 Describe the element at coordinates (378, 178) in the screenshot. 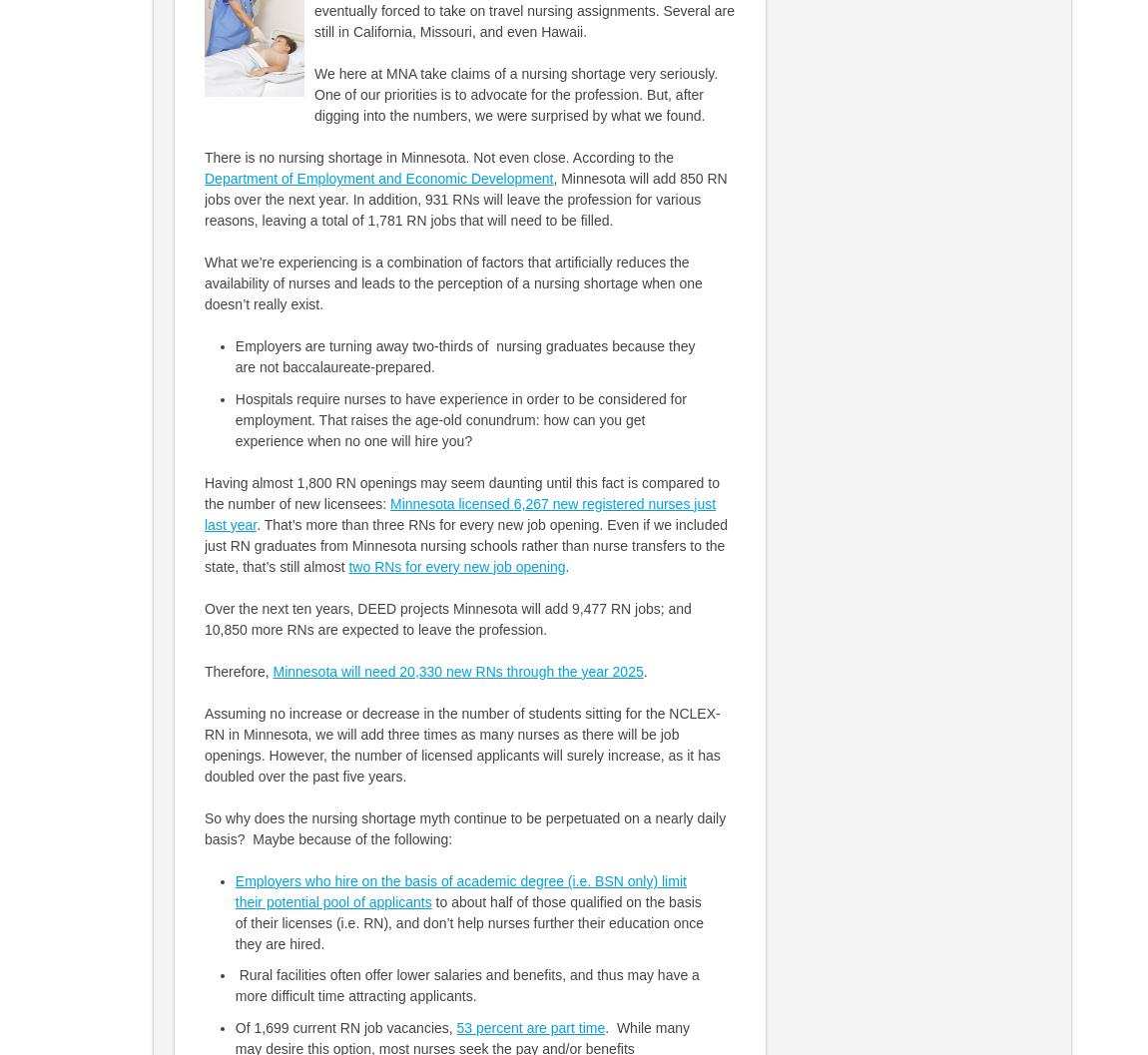

I see `'Department of Employment and Economic Development'` at that location.